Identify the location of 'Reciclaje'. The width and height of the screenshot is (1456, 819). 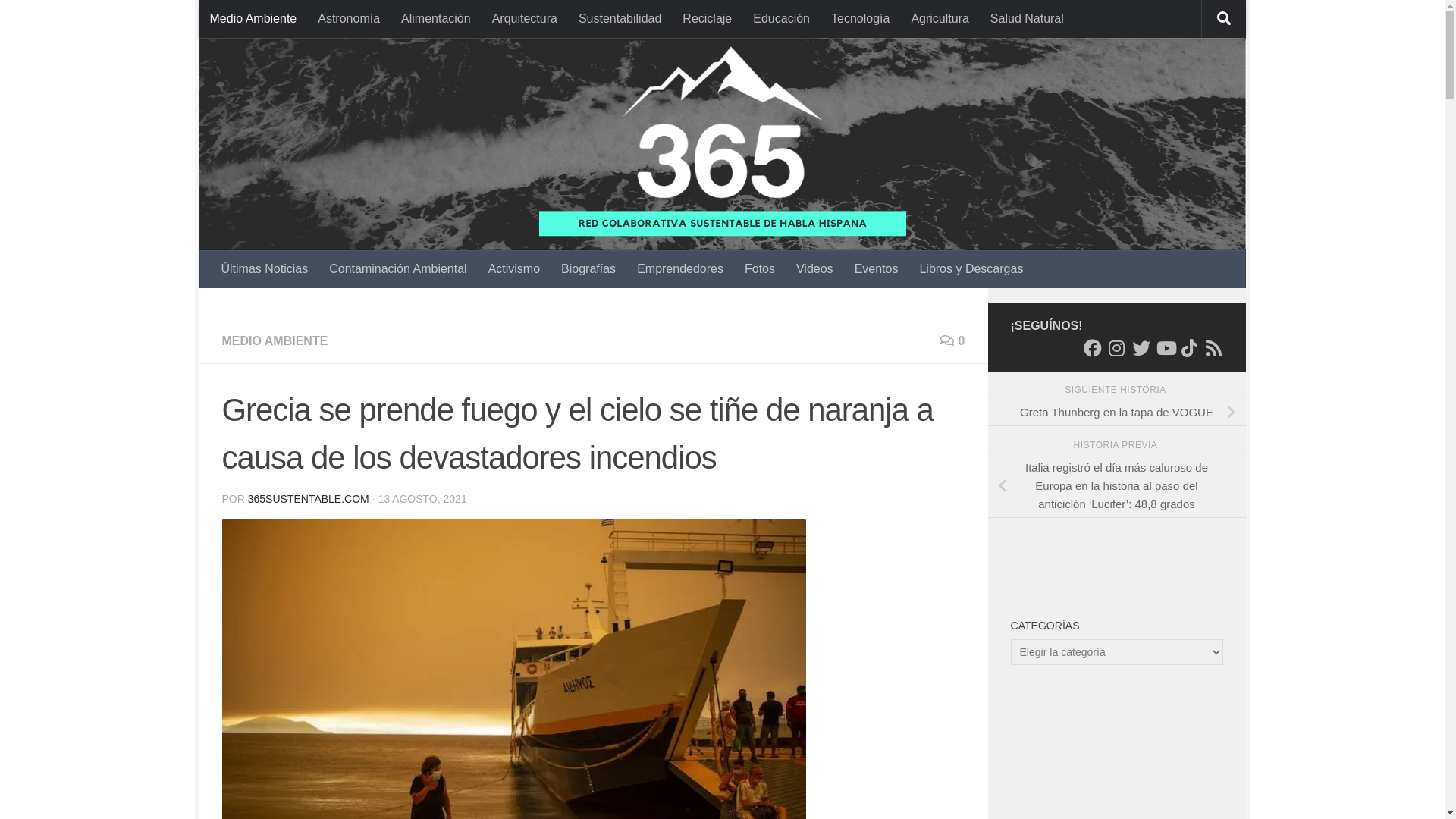
(706, 18).